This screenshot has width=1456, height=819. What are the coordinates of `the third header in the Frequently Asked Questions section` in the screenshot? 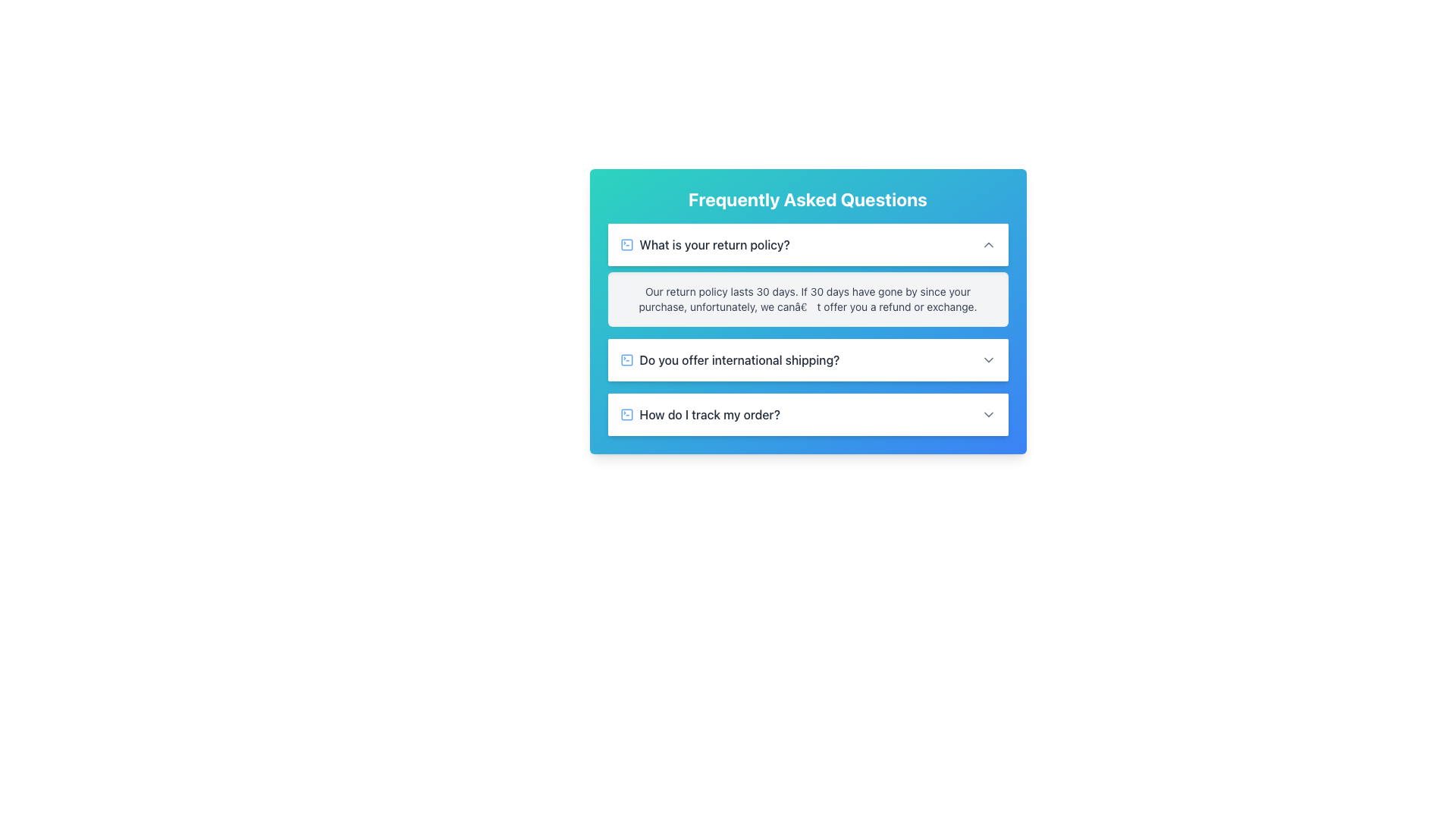 It's located at (709, 415).